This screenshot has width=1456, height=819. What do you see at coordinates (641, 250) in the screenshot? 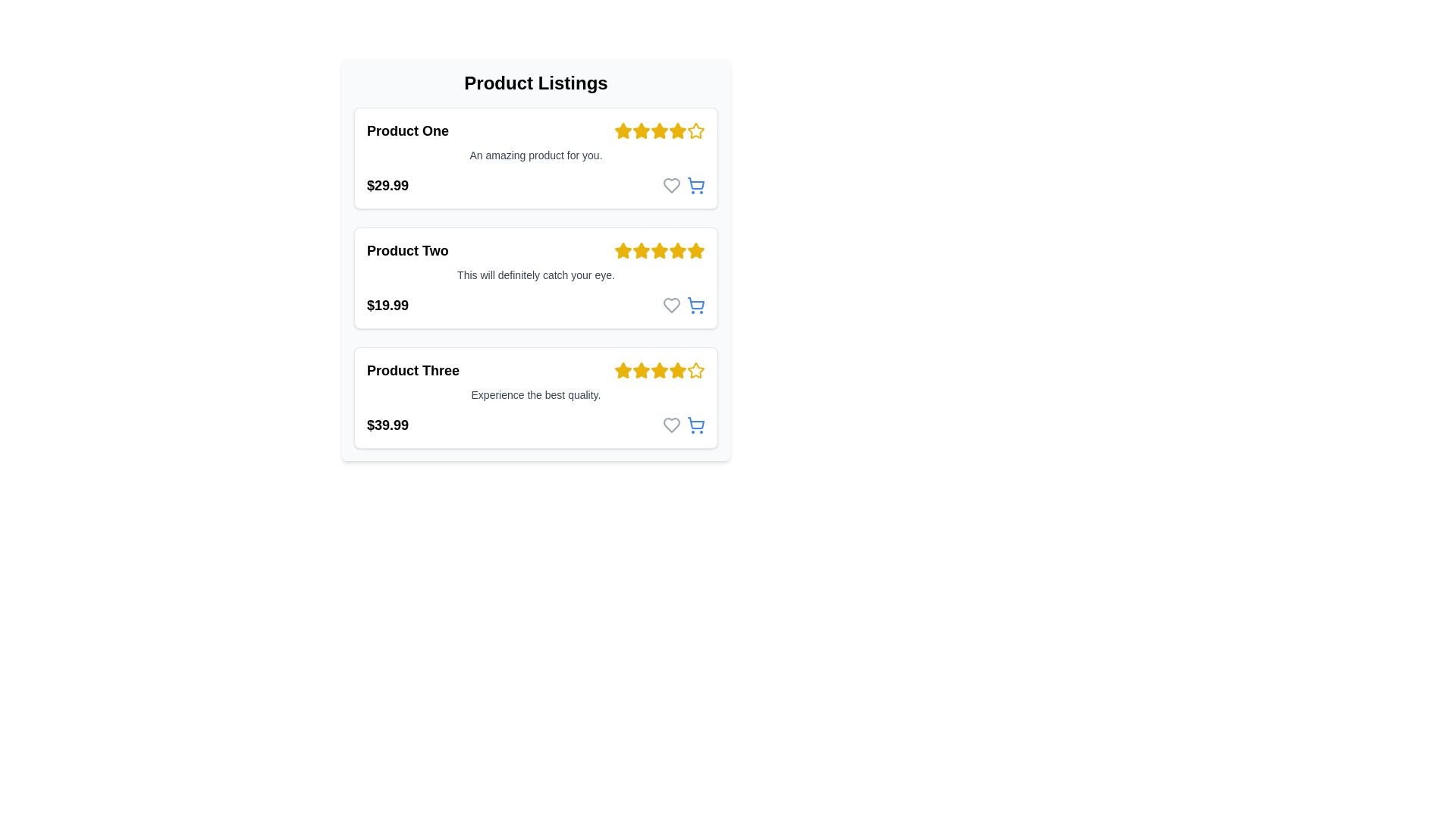
I see `the third star icon, which represents the third level of the rating for 'Product Two', positioned directly under the 'Product Two' title` at bounding box center [641, 250].